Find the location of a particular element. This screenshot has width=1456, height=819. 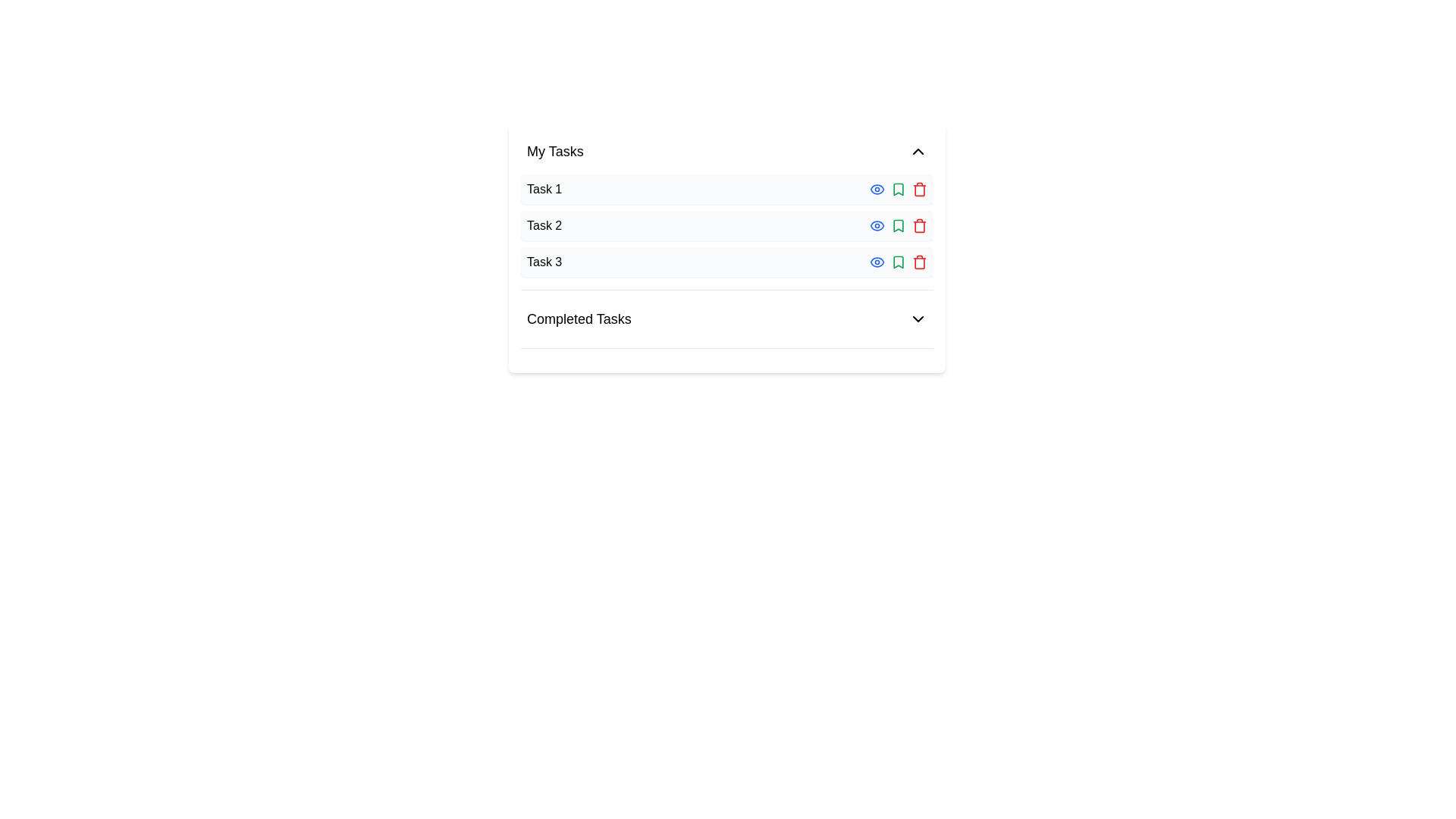

the green-colored bookmark icon located to the right of the third task item in the list to bookmark the task is located at coordinates (899, 189).